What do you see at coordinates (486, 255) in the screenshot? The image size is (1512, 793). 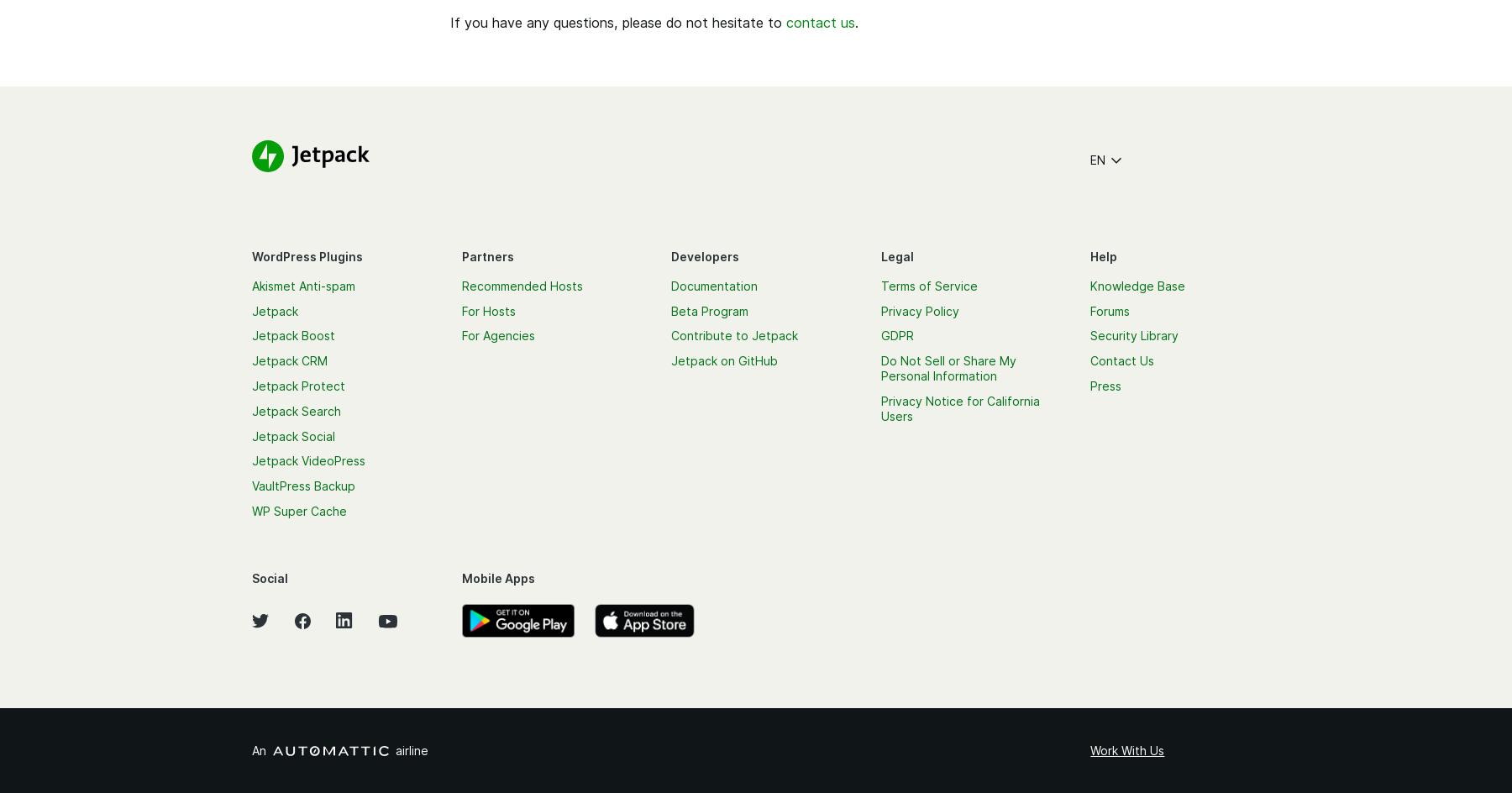 I see `'Partners'` at bounding box center [486, 255].